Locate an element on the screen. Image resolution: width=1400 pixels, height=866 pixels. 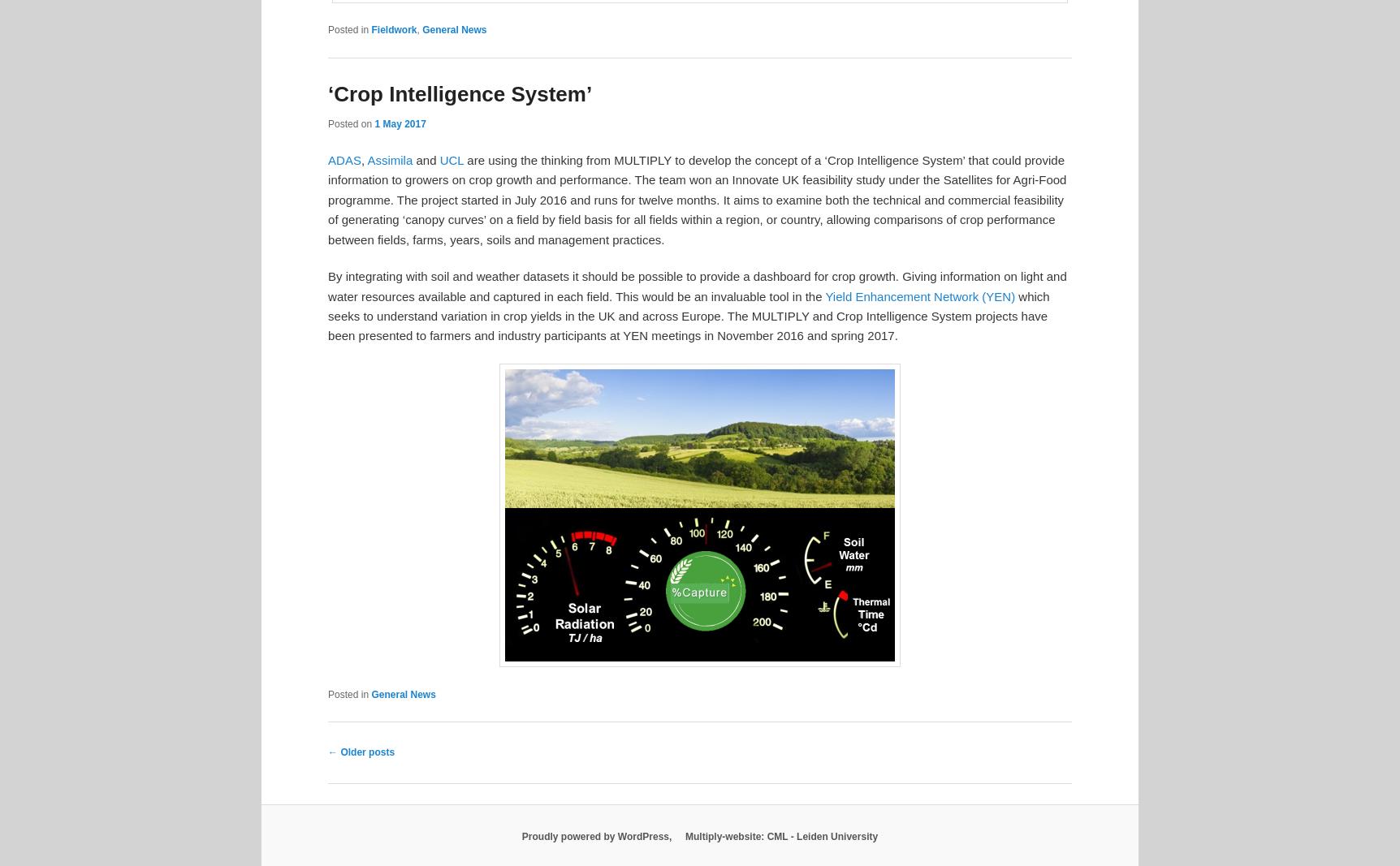
'ADAS' is located at coordinates (343, 160).